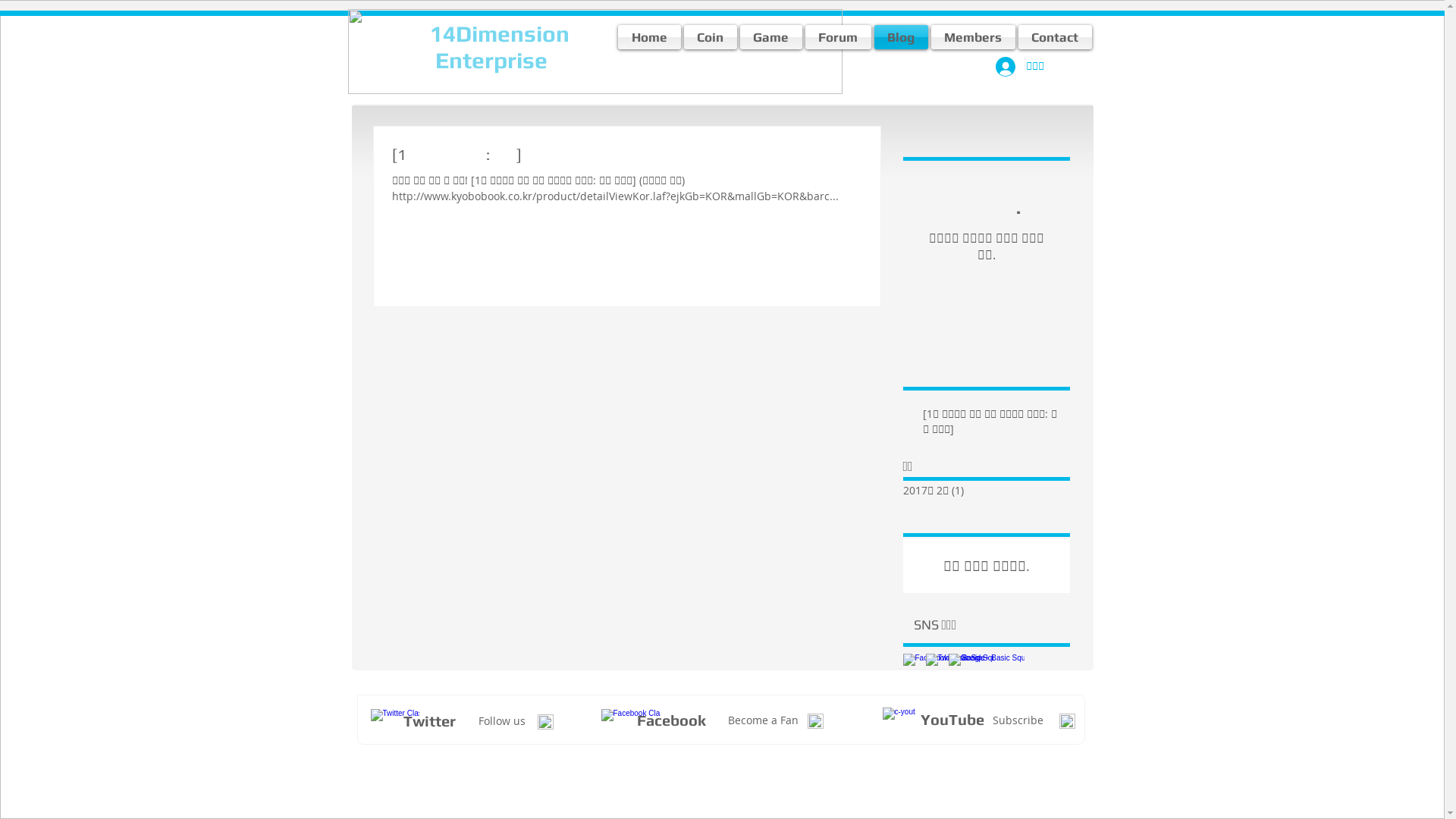  Describe the element at coordinates (709, 36) in the screenshot. I see `'Coin'` at that location.